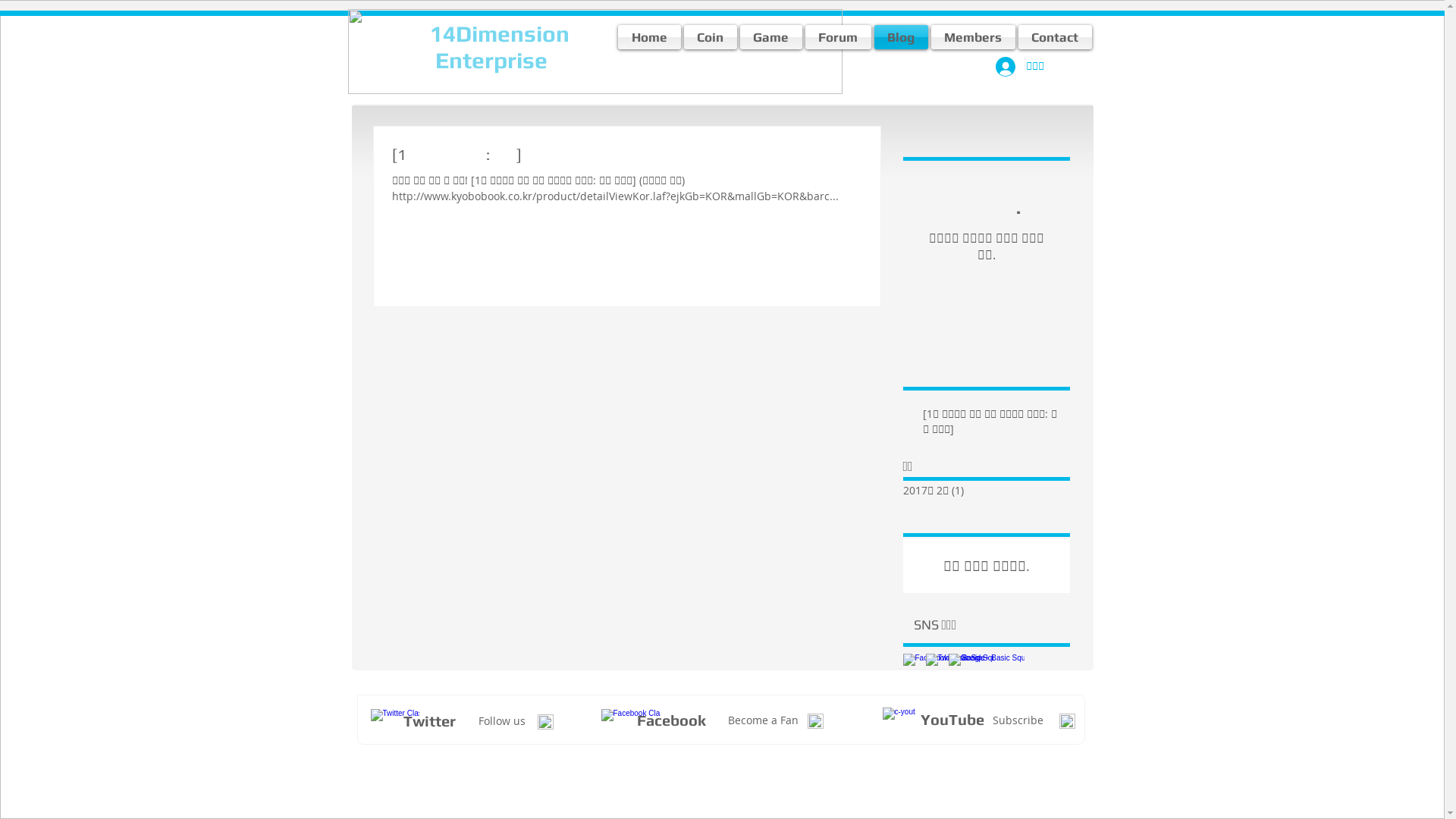  Describe the element at coordinates (709, 36) in the screenshot. I see `'Coin'` at that location.